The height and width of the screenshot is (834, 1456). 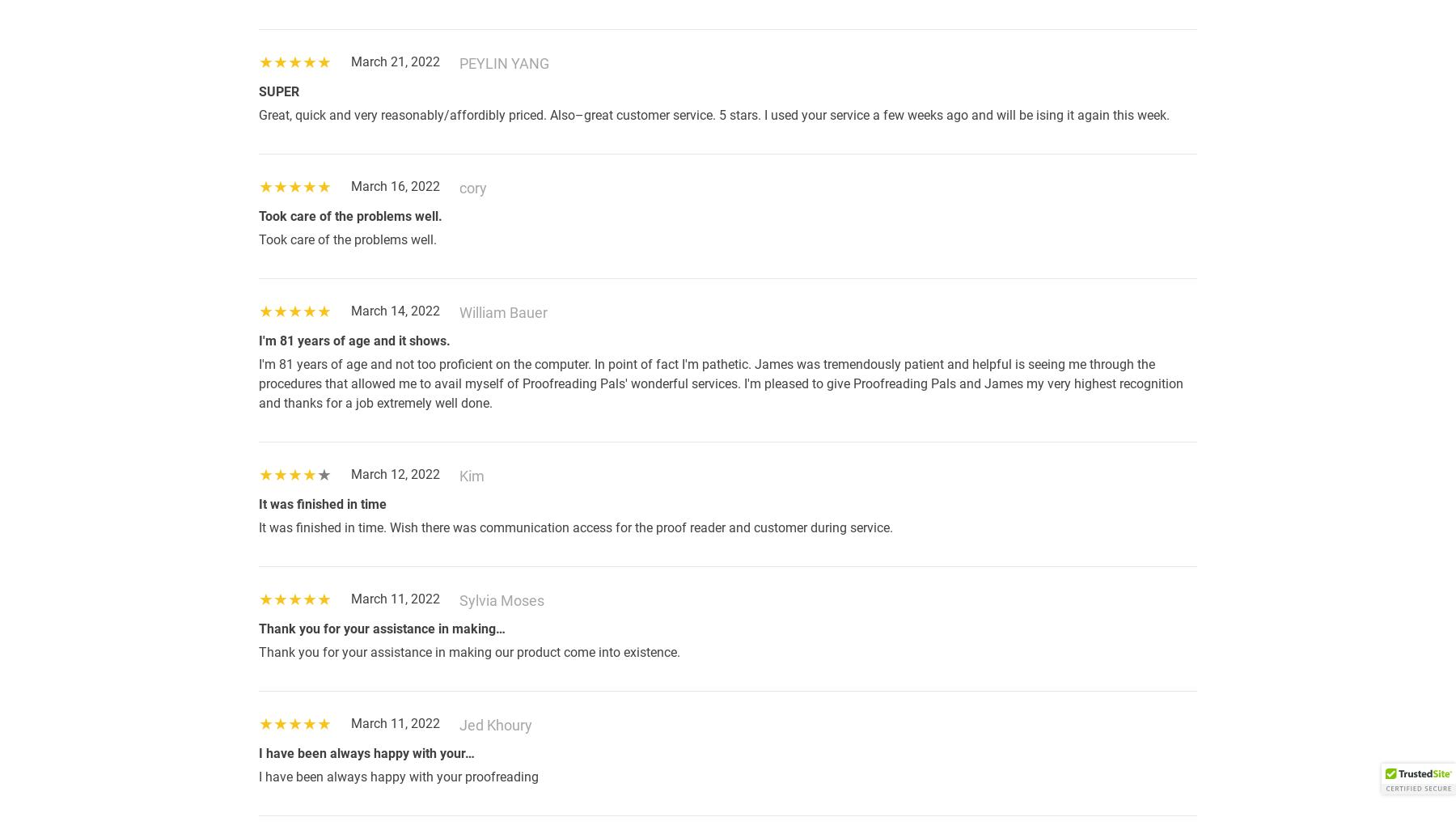 What do you see at coordinates (395, 310) in the screenshot?
I see `'March 14, 2022'` at bounding box center [395, 310].